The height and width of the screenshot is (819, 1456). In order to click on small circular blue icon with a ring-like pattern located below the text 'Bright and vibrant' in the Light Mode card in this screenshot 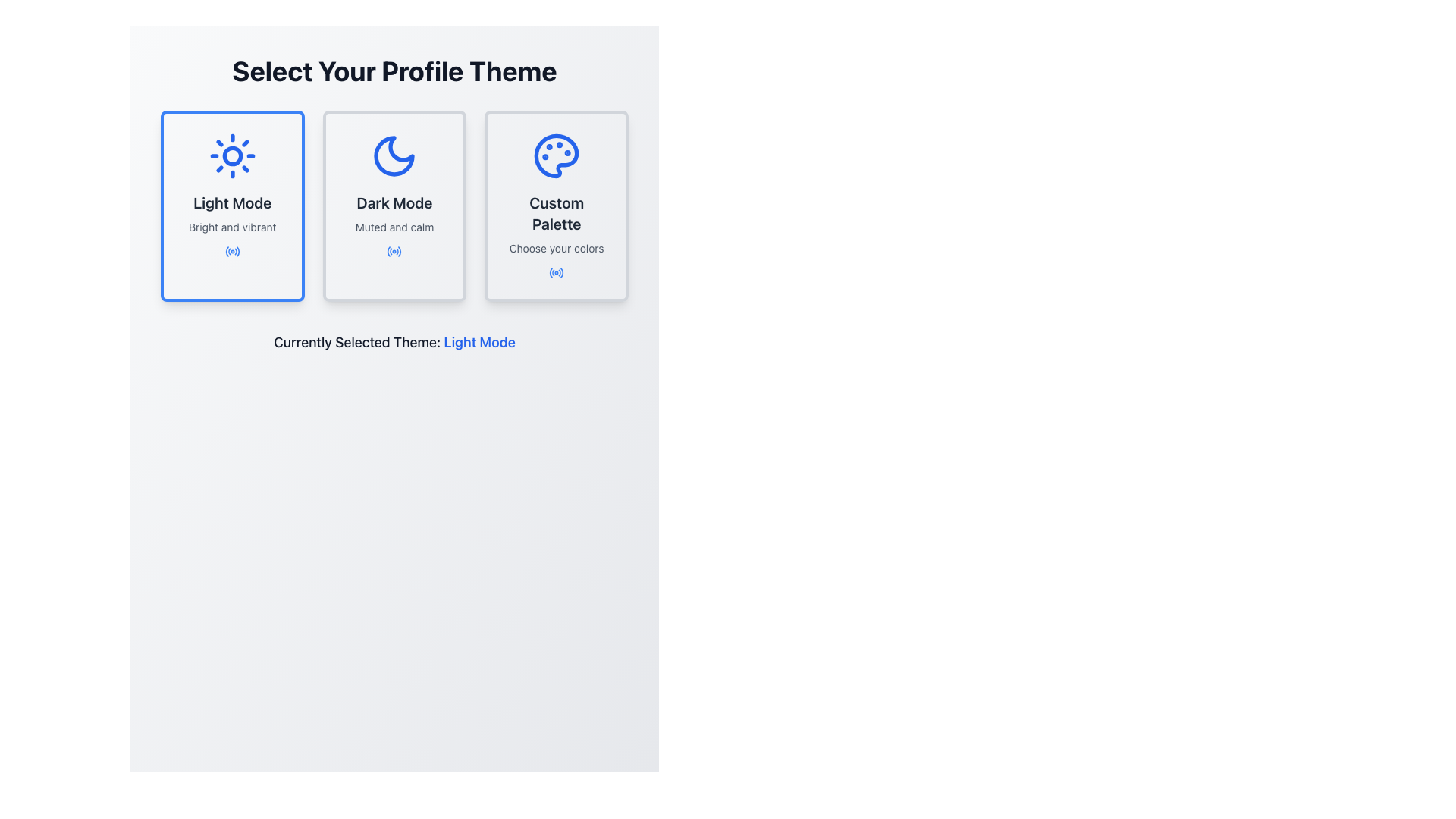, I will do `click(231, 250)`.